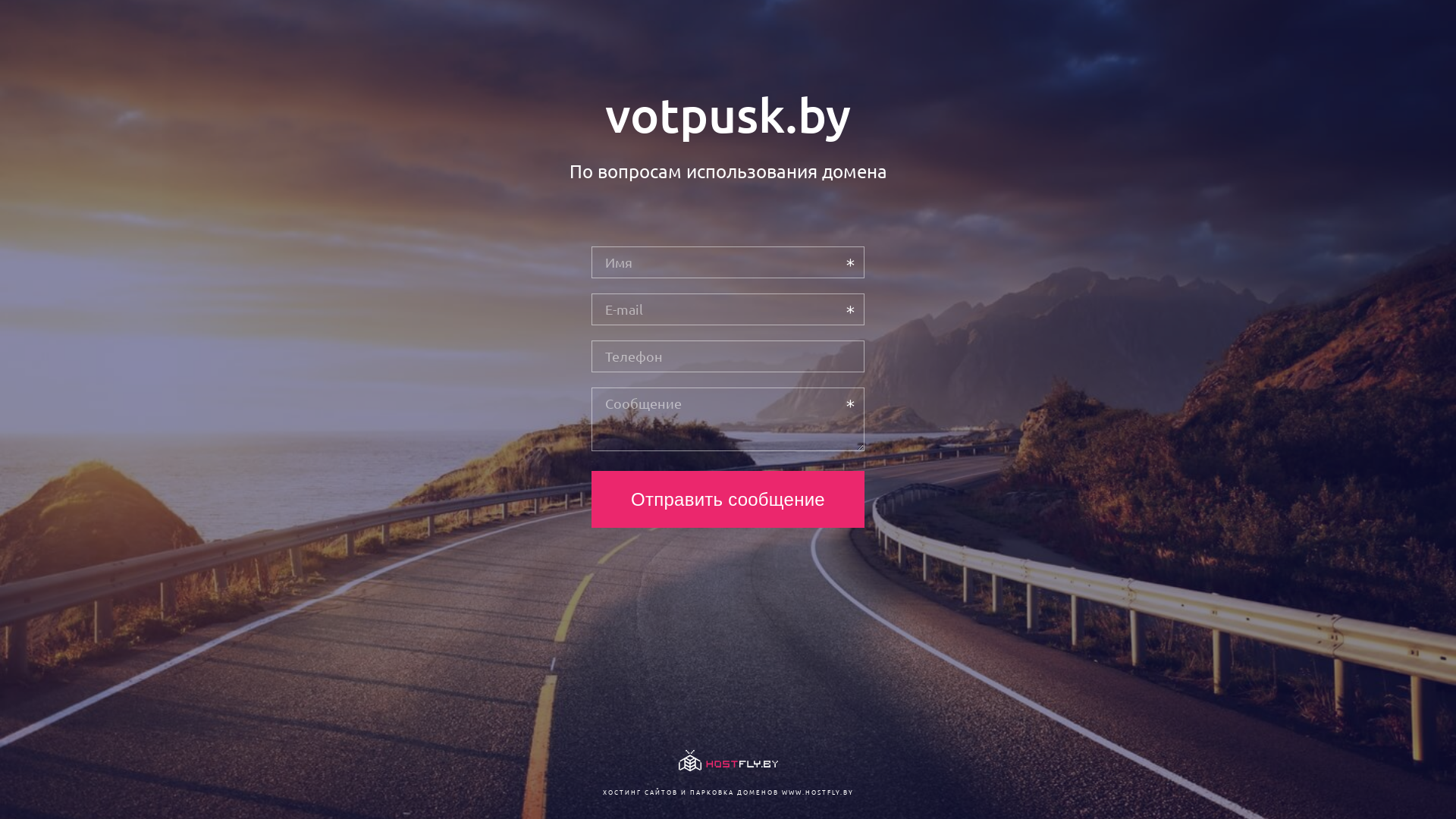 The height and width of the screenshot is (819, 1456). Describe the element at coordinates (816, 791) in the screenshot. I see `'WWW.HOSTFLY.BY'` at that location.